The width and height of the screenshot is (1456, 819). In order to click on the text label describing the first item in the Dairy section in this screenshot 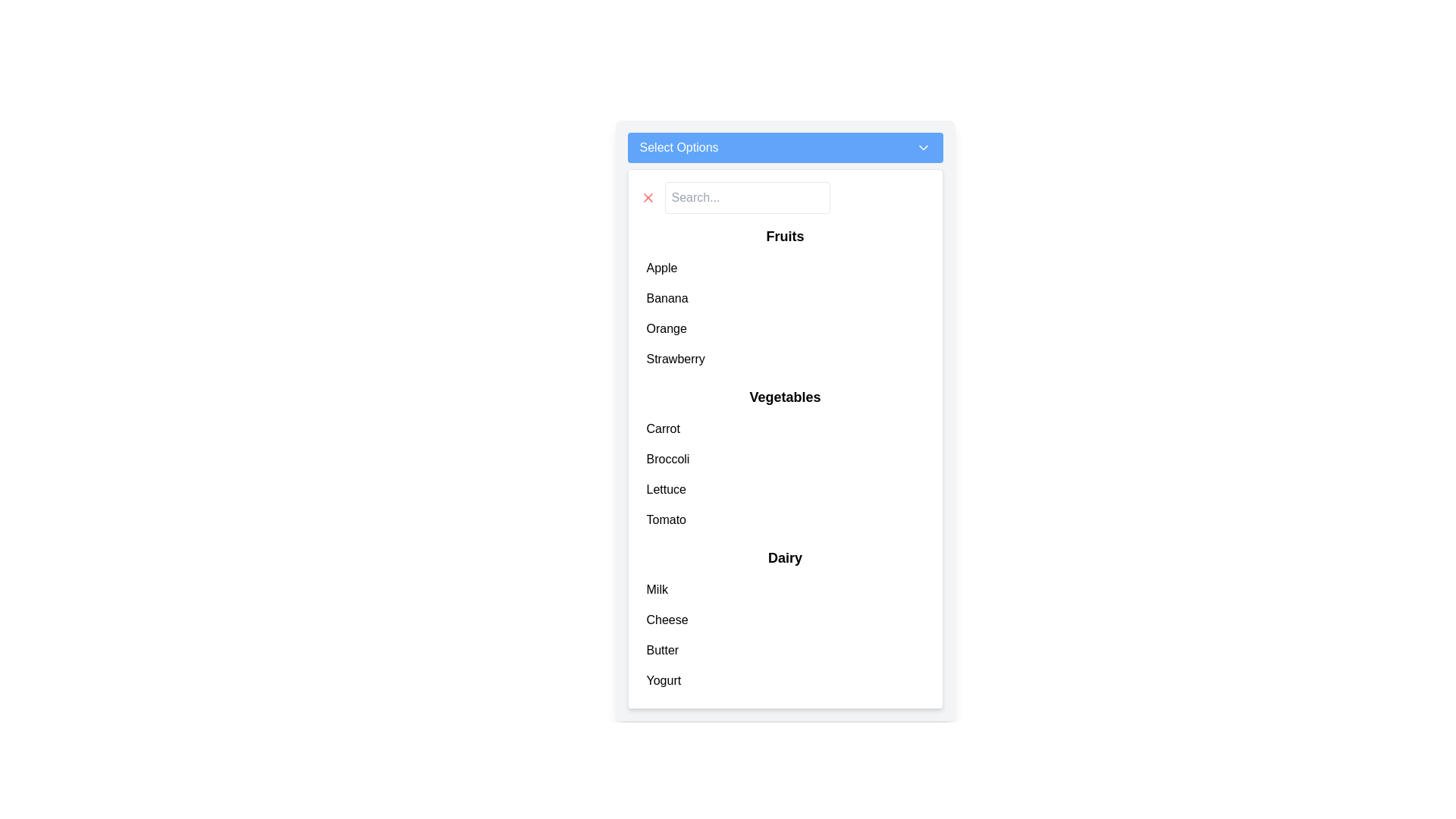, I will do `click(657, 589)`.